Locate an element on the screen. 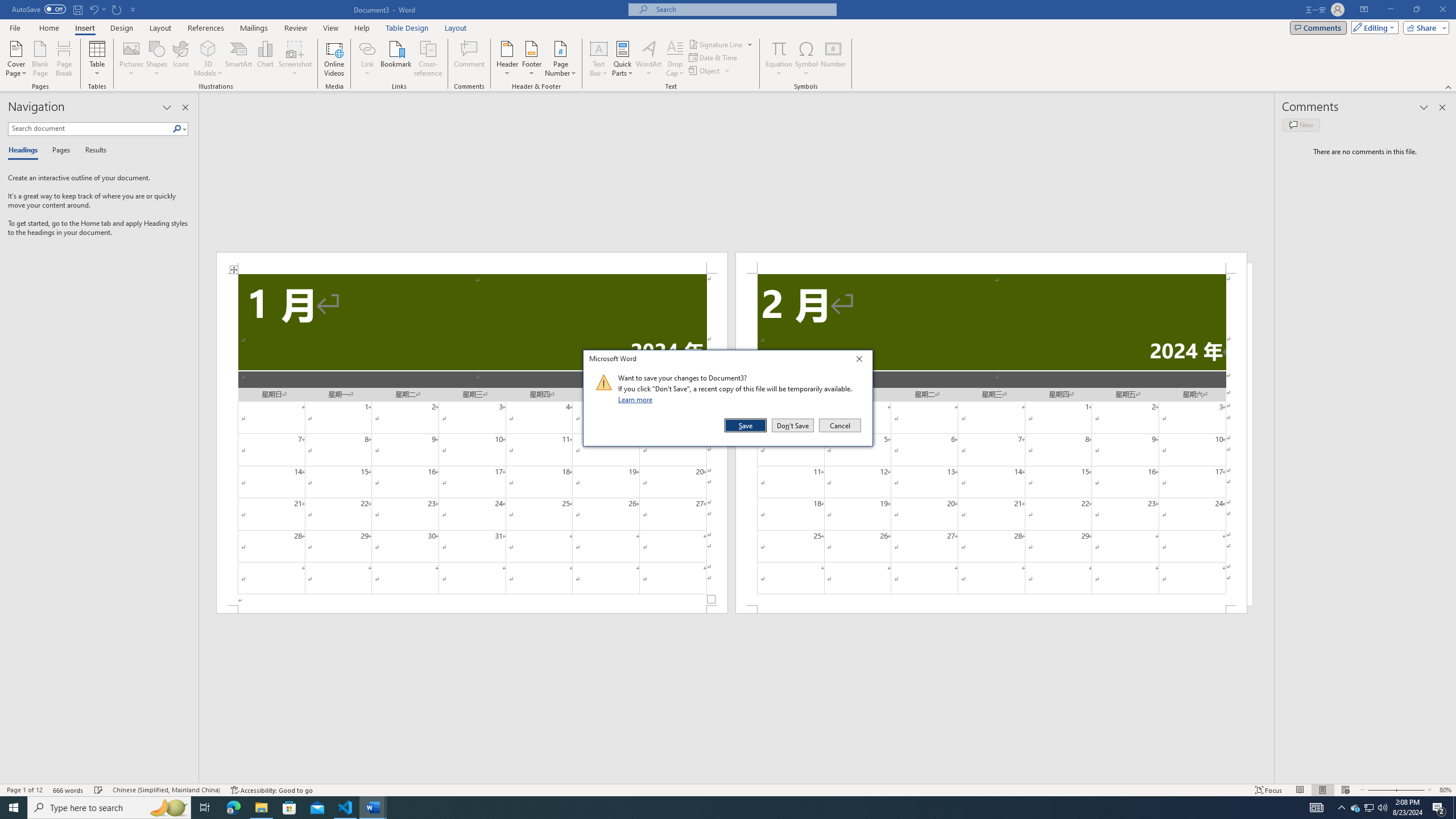 This screenshot has width=1456, height=819. 'Number...' is located at coordinates (833, 59).